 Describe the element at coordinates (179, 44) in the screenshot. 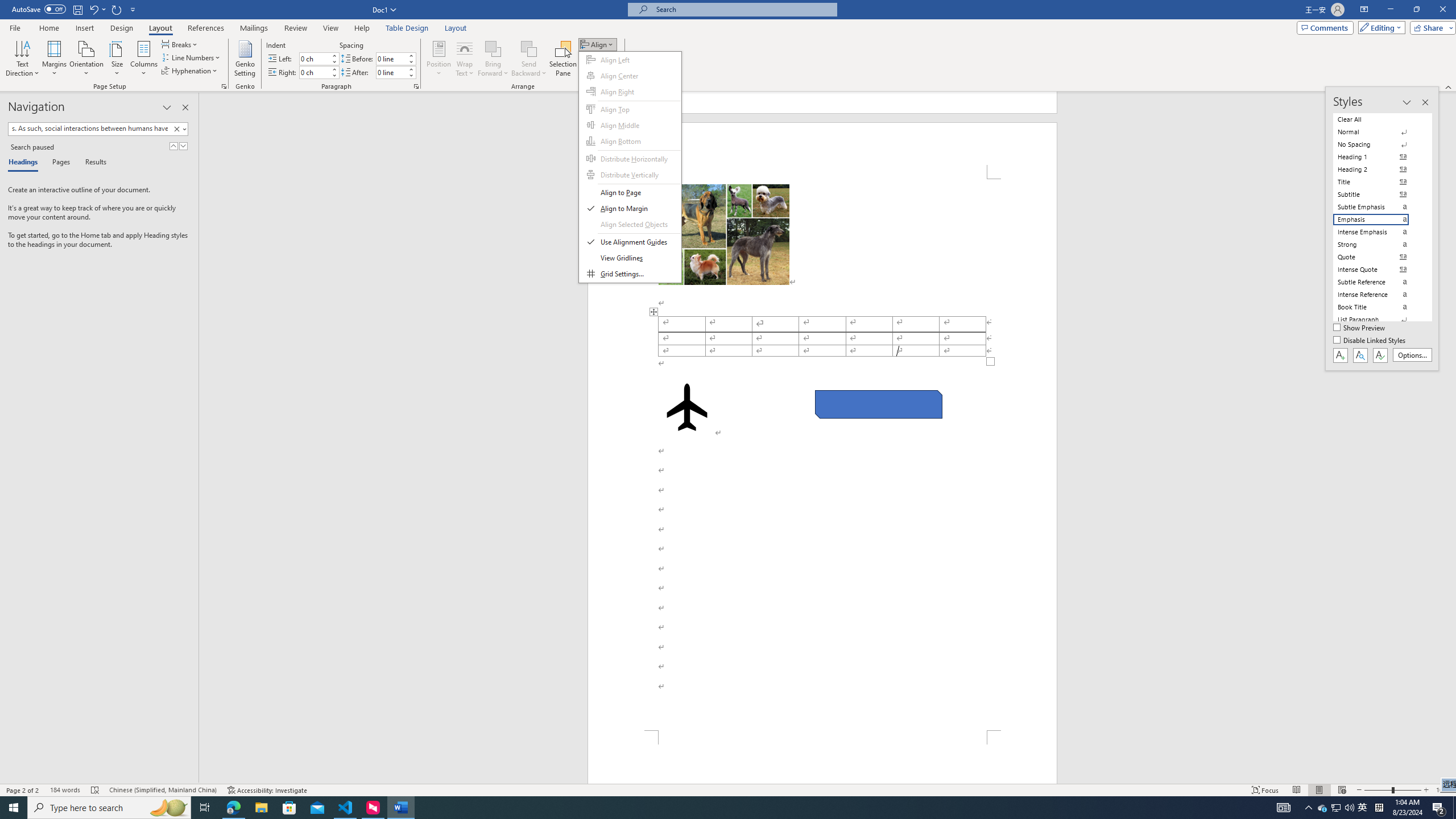

I see `'Breaks'` at that location.